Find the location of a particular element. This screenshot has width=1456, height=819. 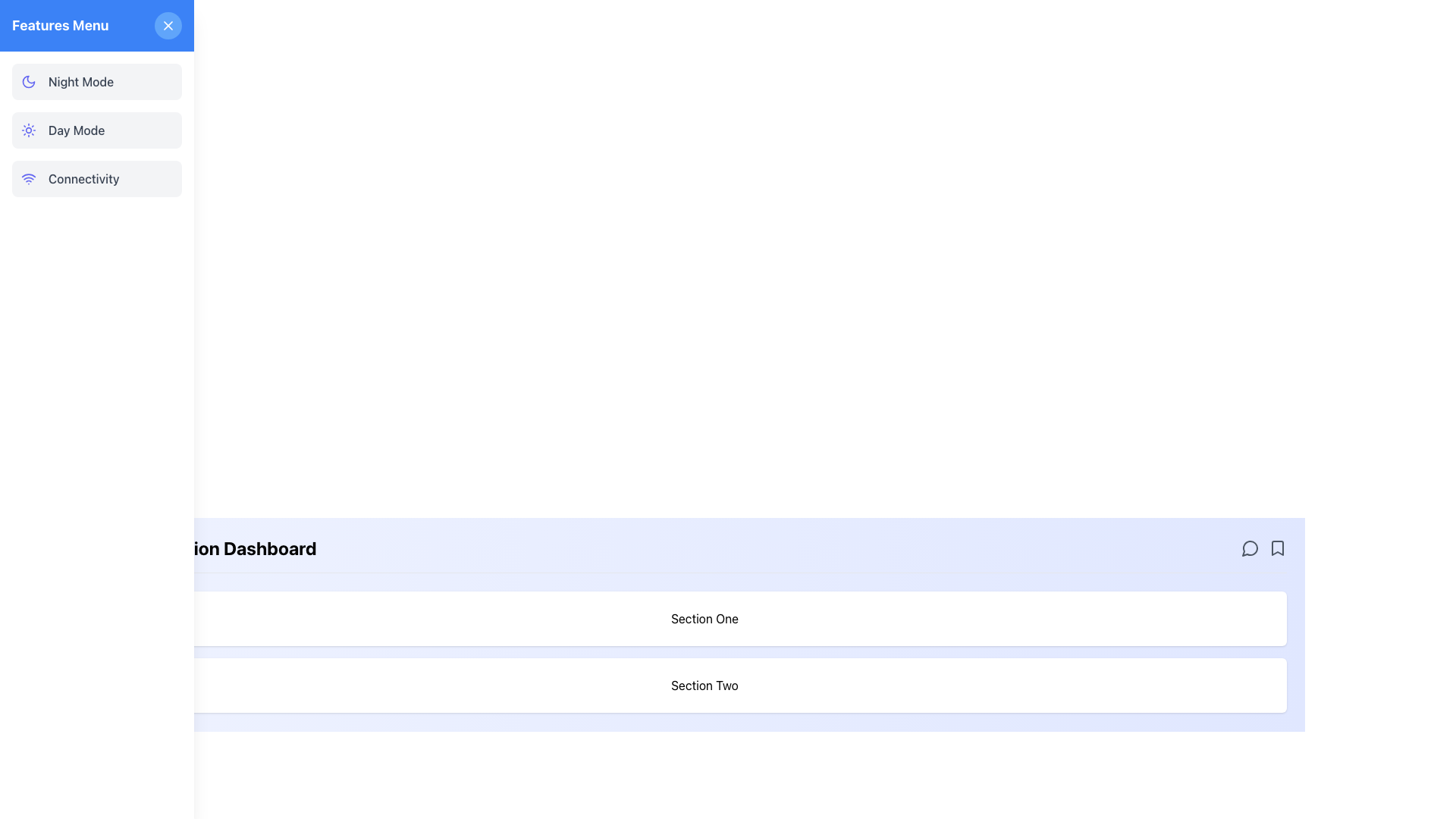

the text label that displays 'Application Dashboard', which is a prominent header in bold, large font on a light blue background is located at coordinates (218, 548).